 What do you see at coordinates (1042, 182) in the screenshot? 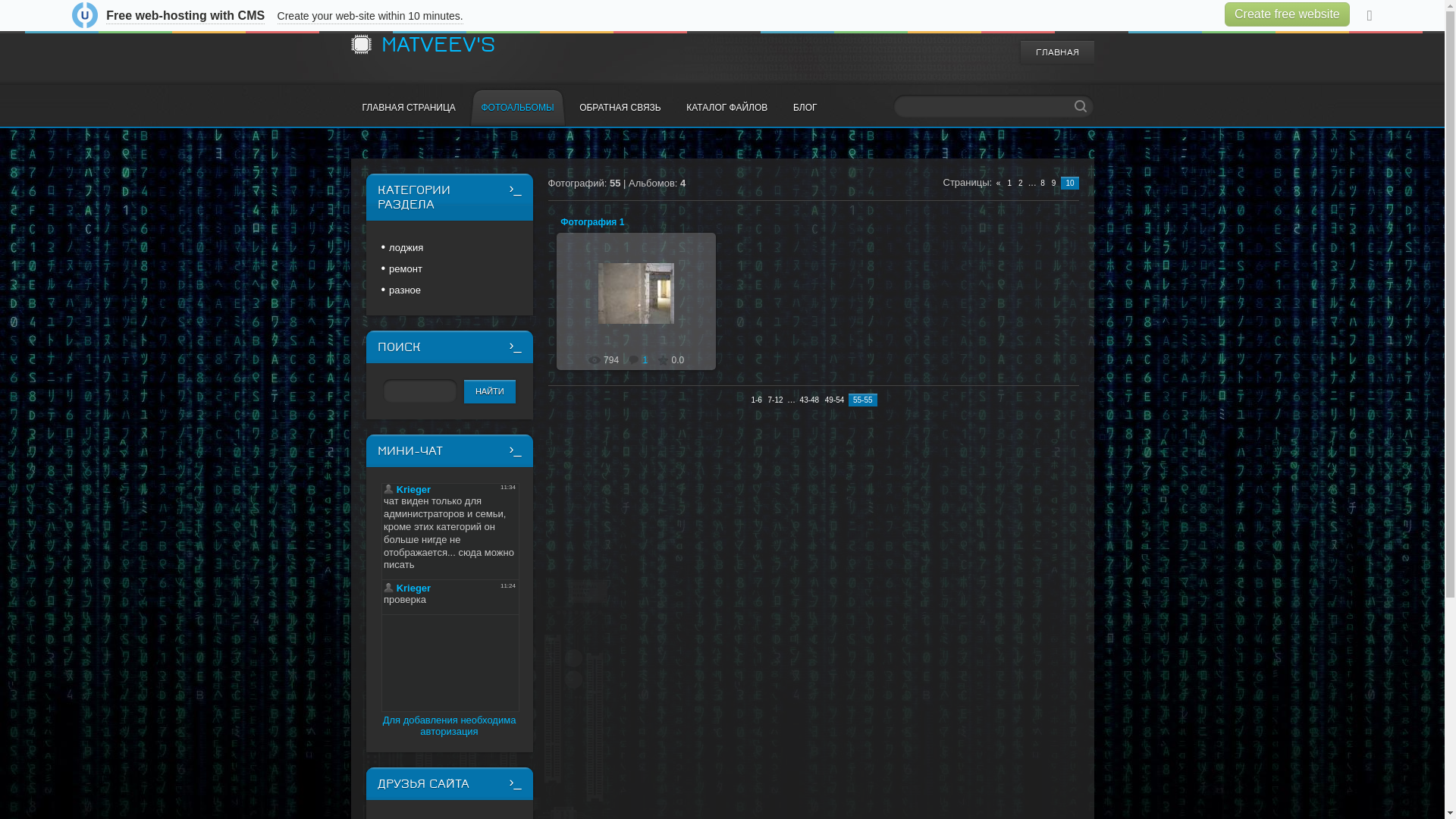
I see `'8'` at bounding box center [1042, 182].